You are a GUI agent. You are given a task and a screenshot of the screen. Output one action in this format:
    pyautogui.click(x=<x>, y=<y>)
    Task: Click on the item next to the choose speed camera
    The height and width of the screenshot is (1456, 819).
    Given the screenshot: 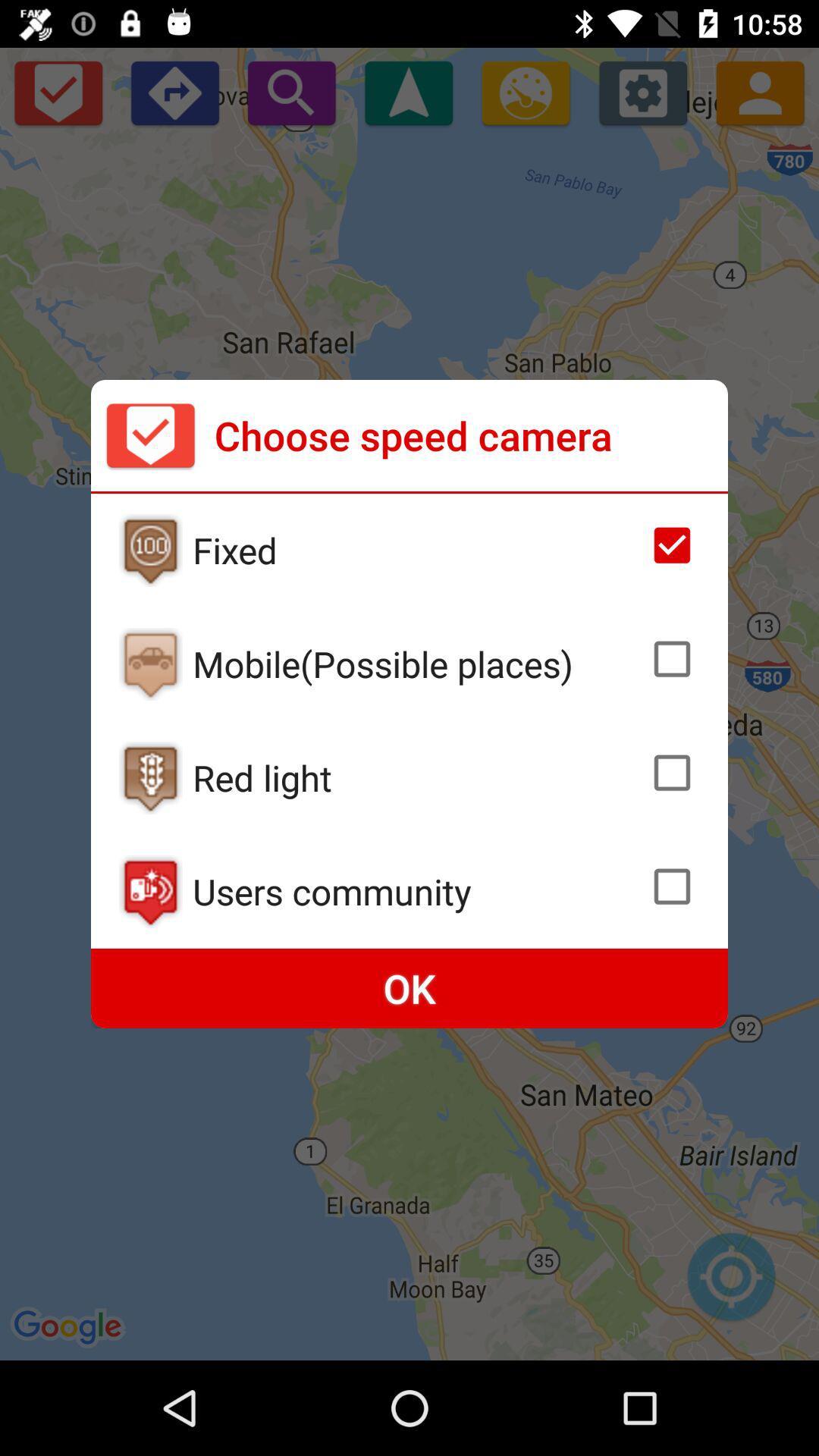 What is the action you would take?
    pyautogui.click(x=150, y=435)
    